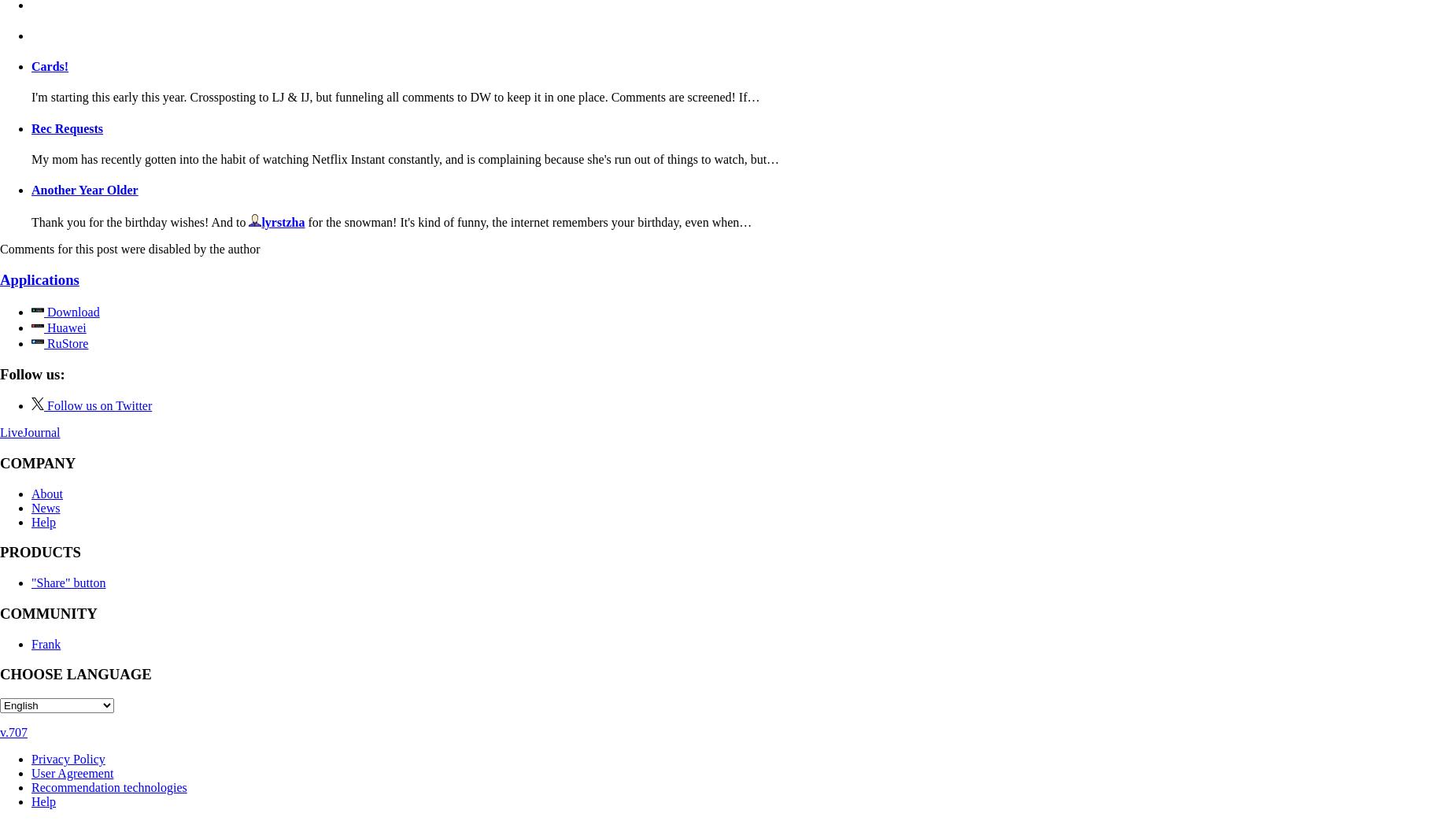 The width and height of the screenshot is (1456, 821). I want to click on 'I'm starting this early this year. Crossposting to LJ & IJ, but funneling all comments to DW to keep it in one place. Comments are screened!  If…', so click(395, 97).